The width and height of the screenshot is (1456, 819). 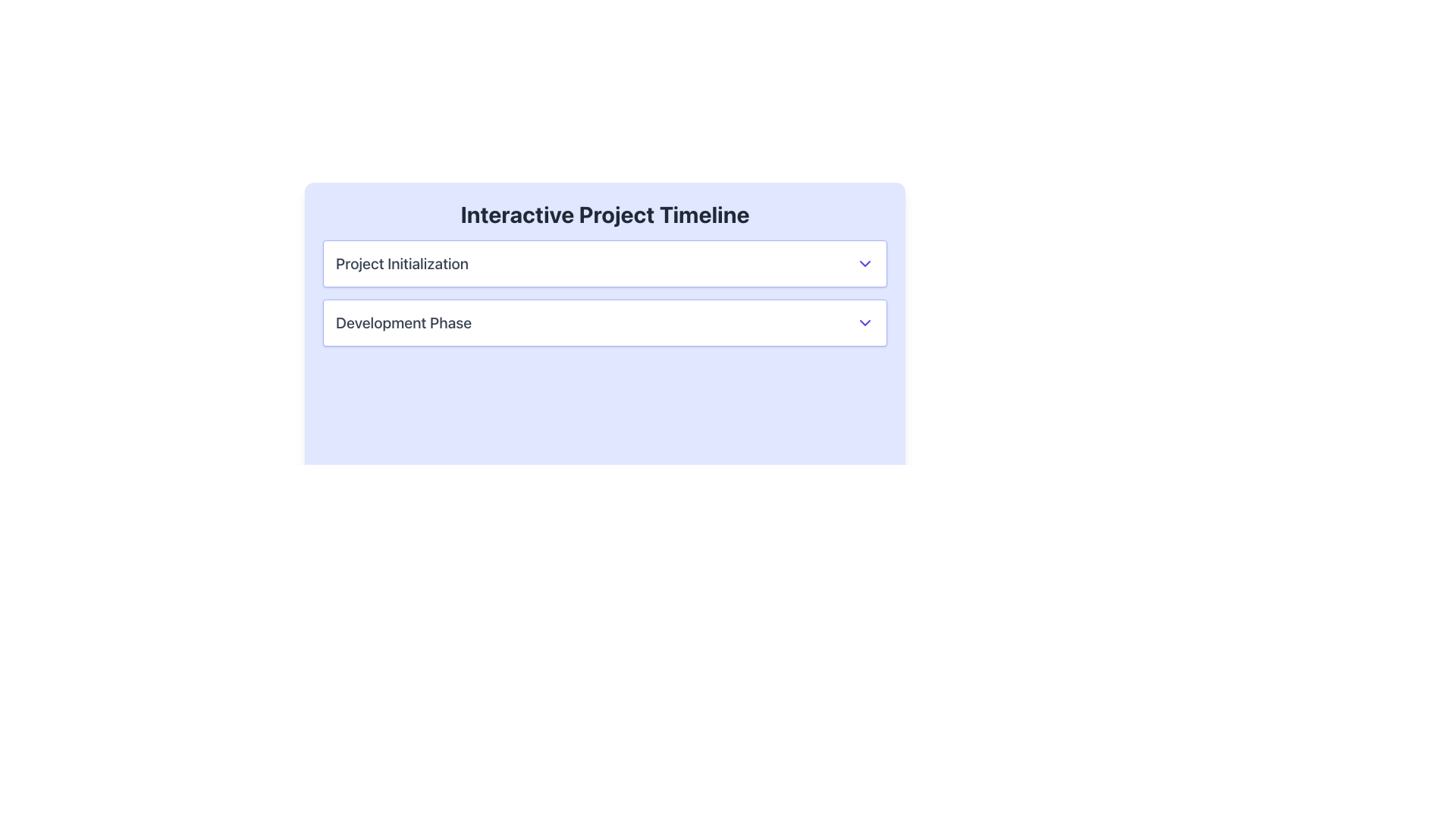 What do you see at coordinates (604, 322) in the screenshot?
I see `the second expandable list item in the Interactive Project Timeline` at bounding box center [604, 322].